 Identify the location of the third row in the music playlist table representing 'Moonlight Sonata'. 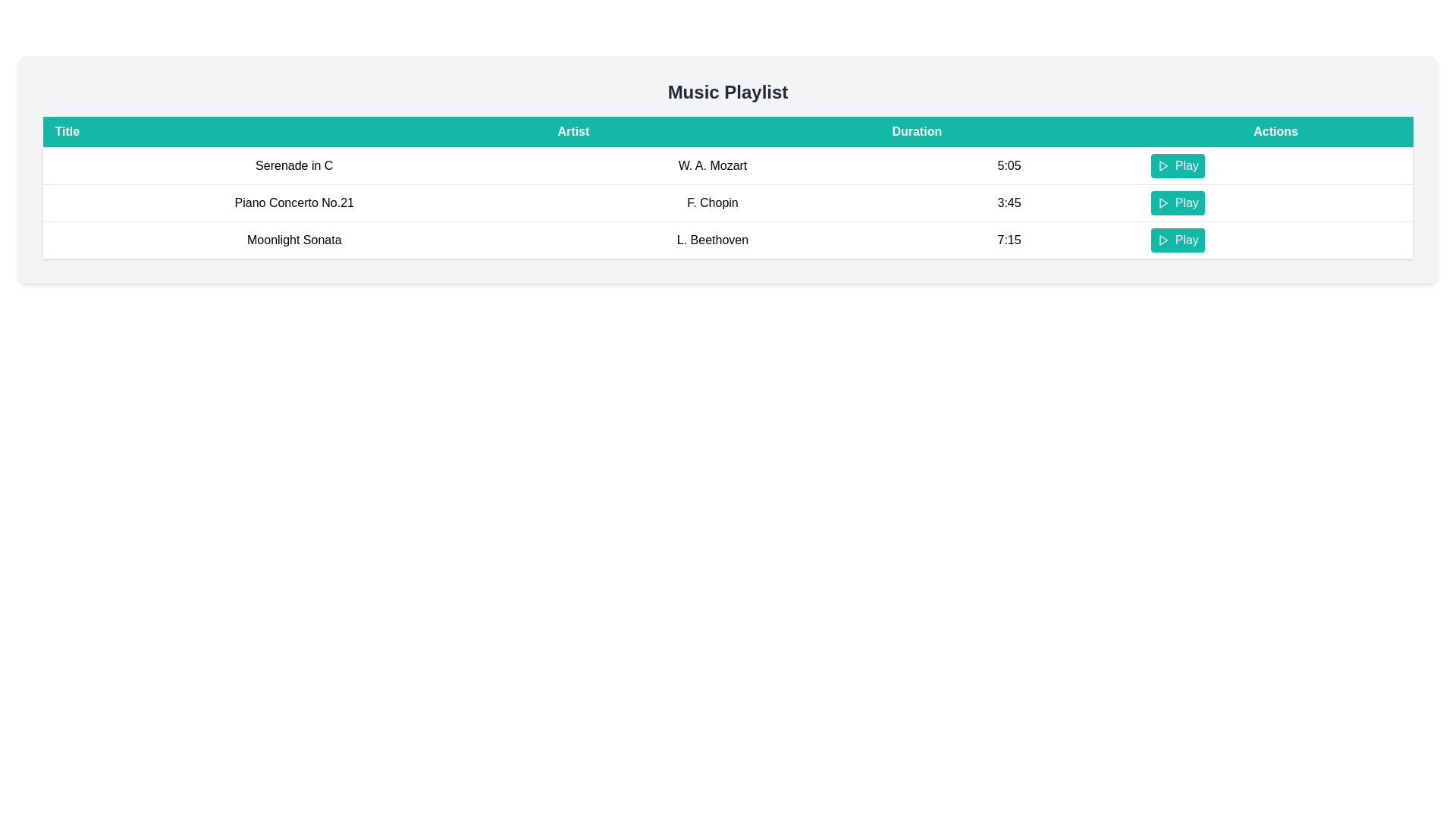
(728, 239).